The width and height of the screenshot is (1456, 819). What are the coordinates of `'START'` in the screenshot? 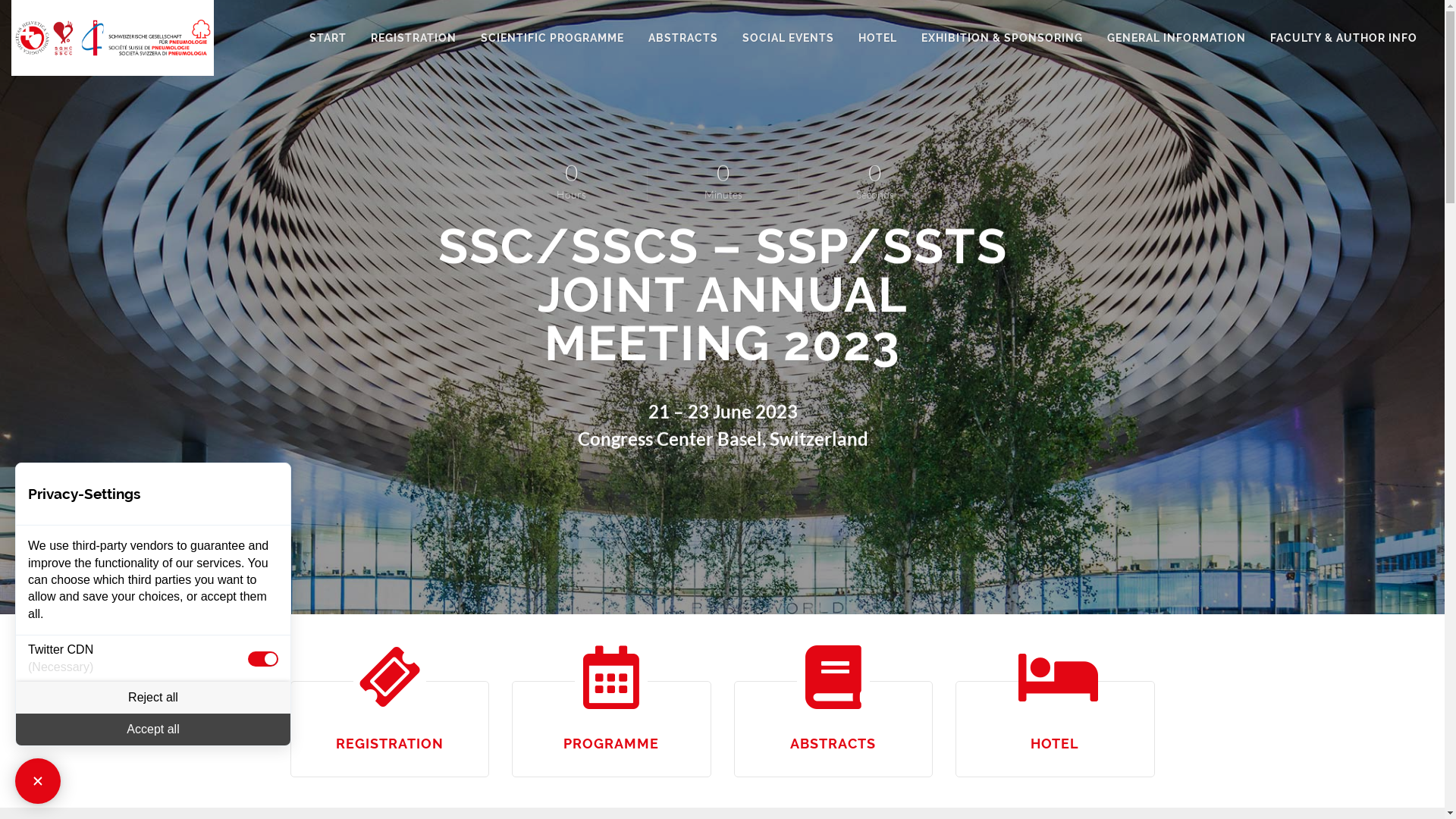 It's located at (327, 37).